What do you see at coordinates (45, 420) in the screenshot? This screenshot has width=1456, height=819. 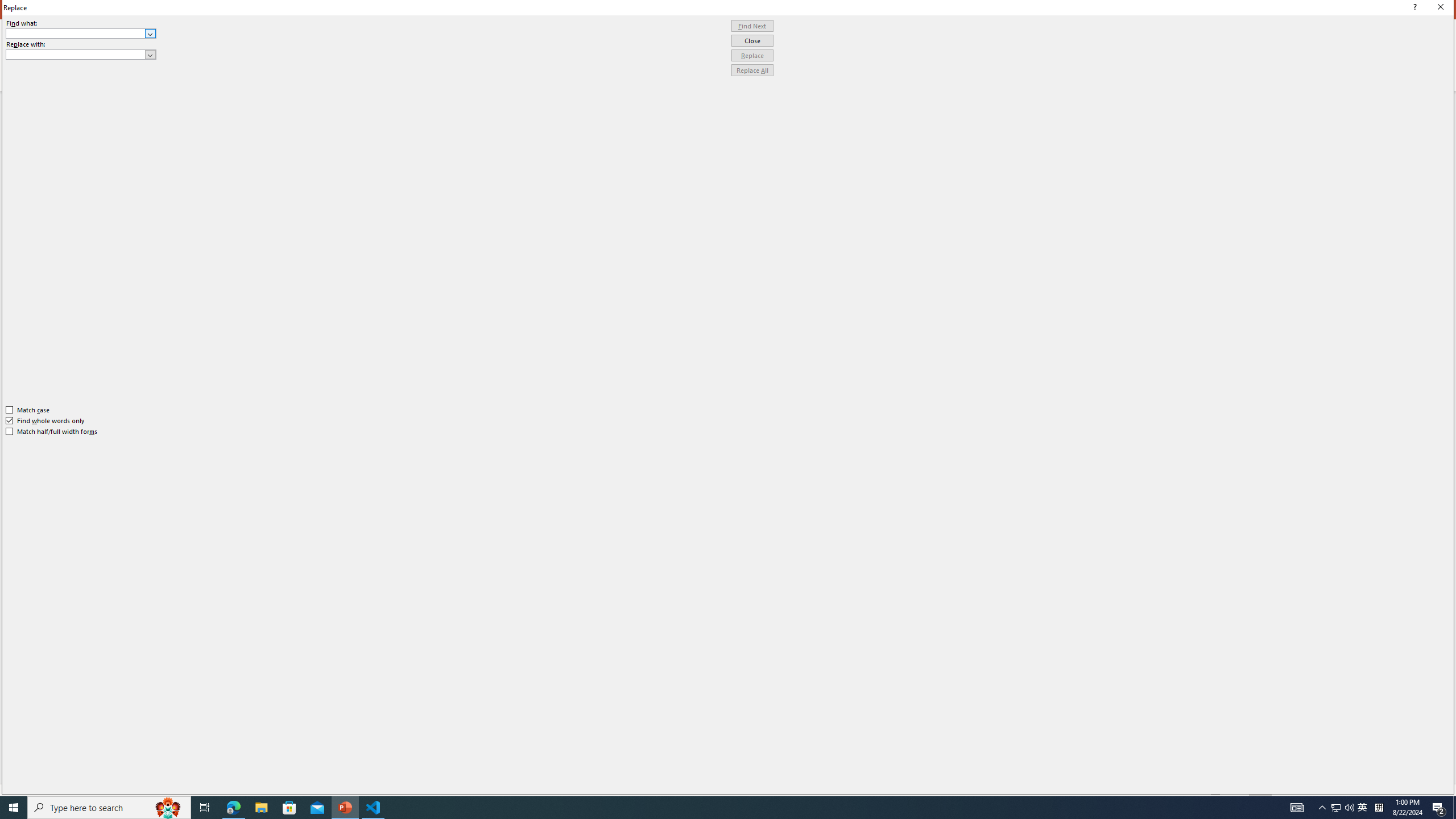 I see `'Find whole words only'` at bounding box center [45, 420].